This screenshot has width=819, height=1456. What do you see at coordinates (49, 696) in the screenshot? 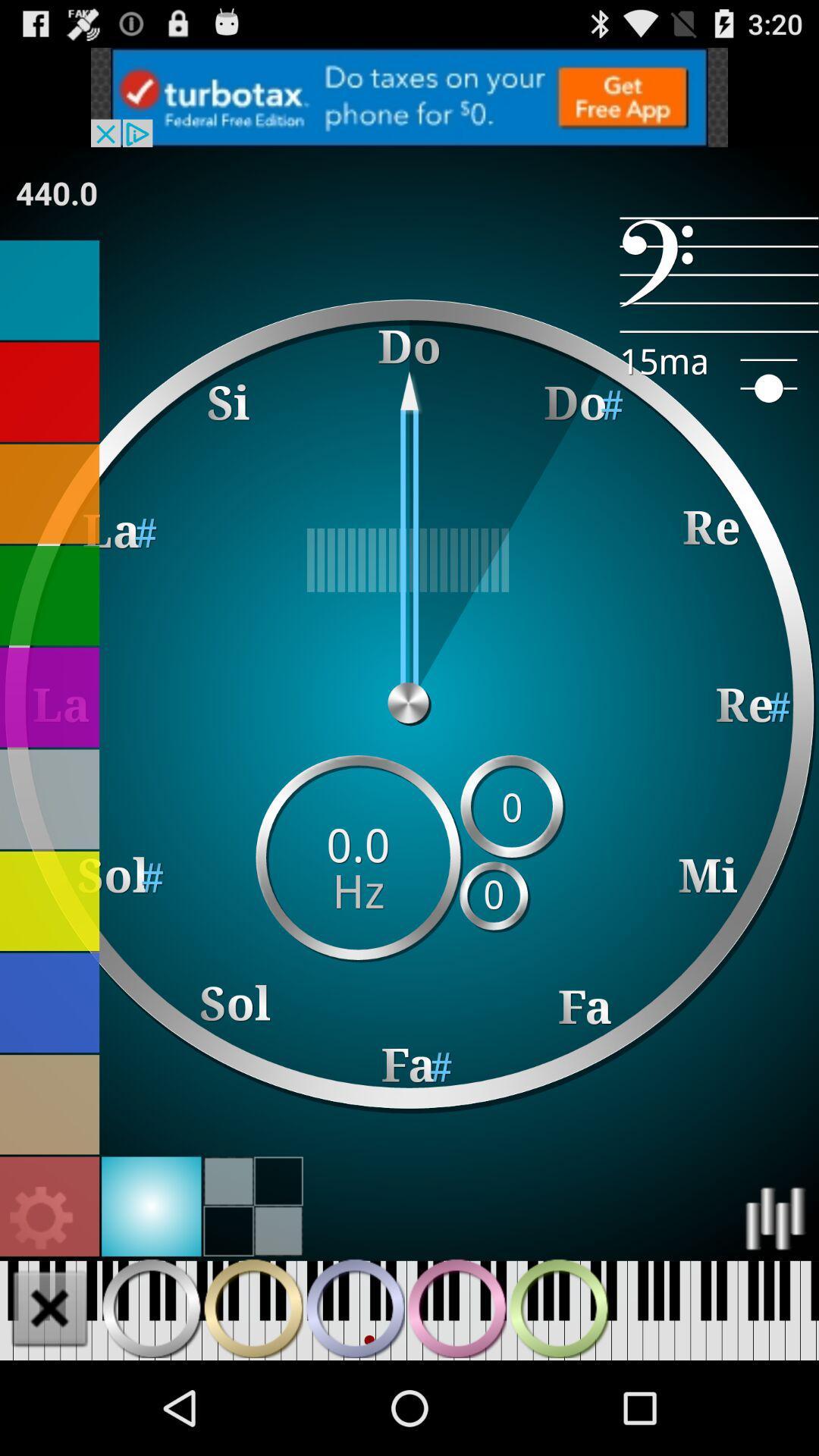
I see `color` at bounding box center [49, 696].